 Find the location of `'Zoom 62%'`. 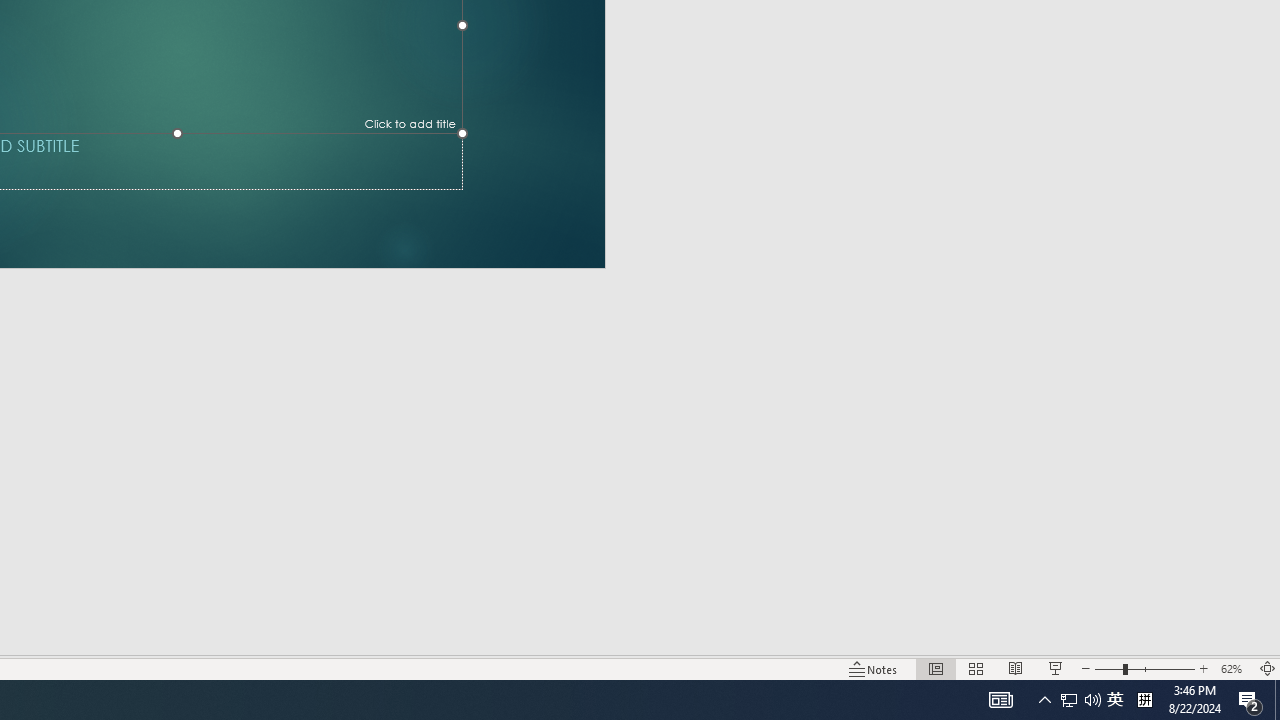

'Zoom 62%' is located at coordinates (1233, 669).